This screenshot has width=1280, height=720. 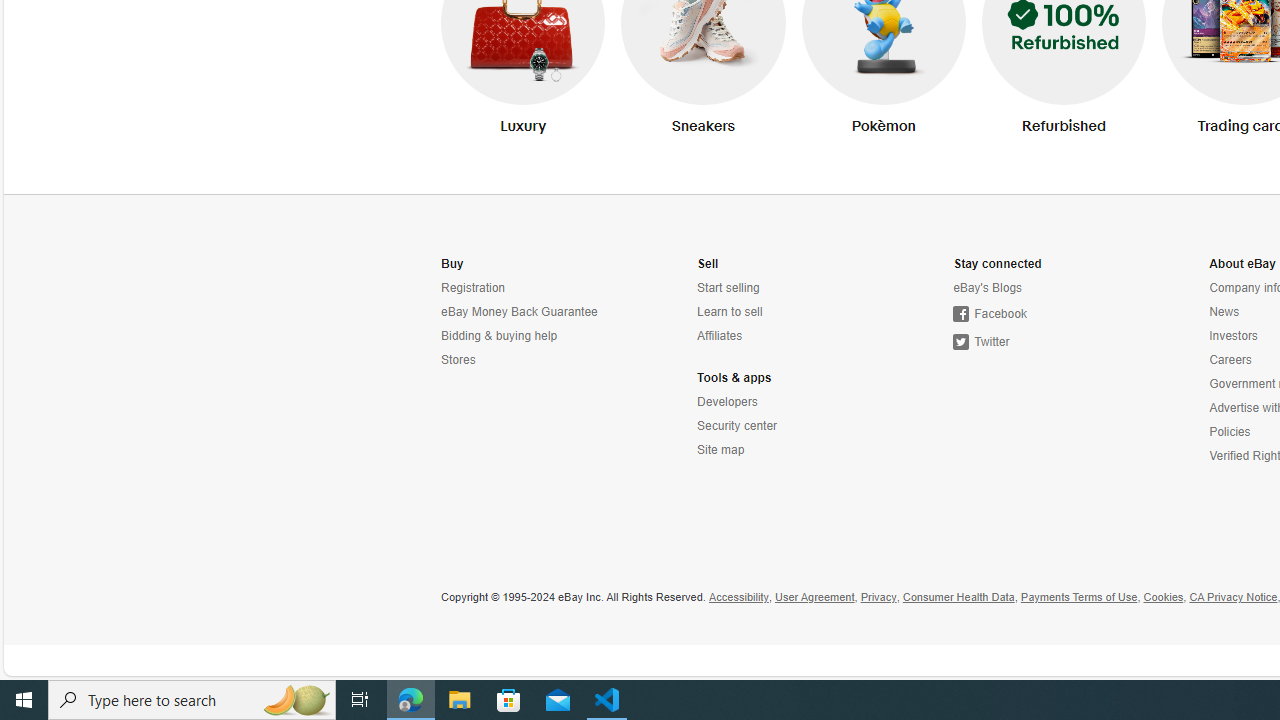 I want to click on 'eBay', so click(x=1041, y=288).